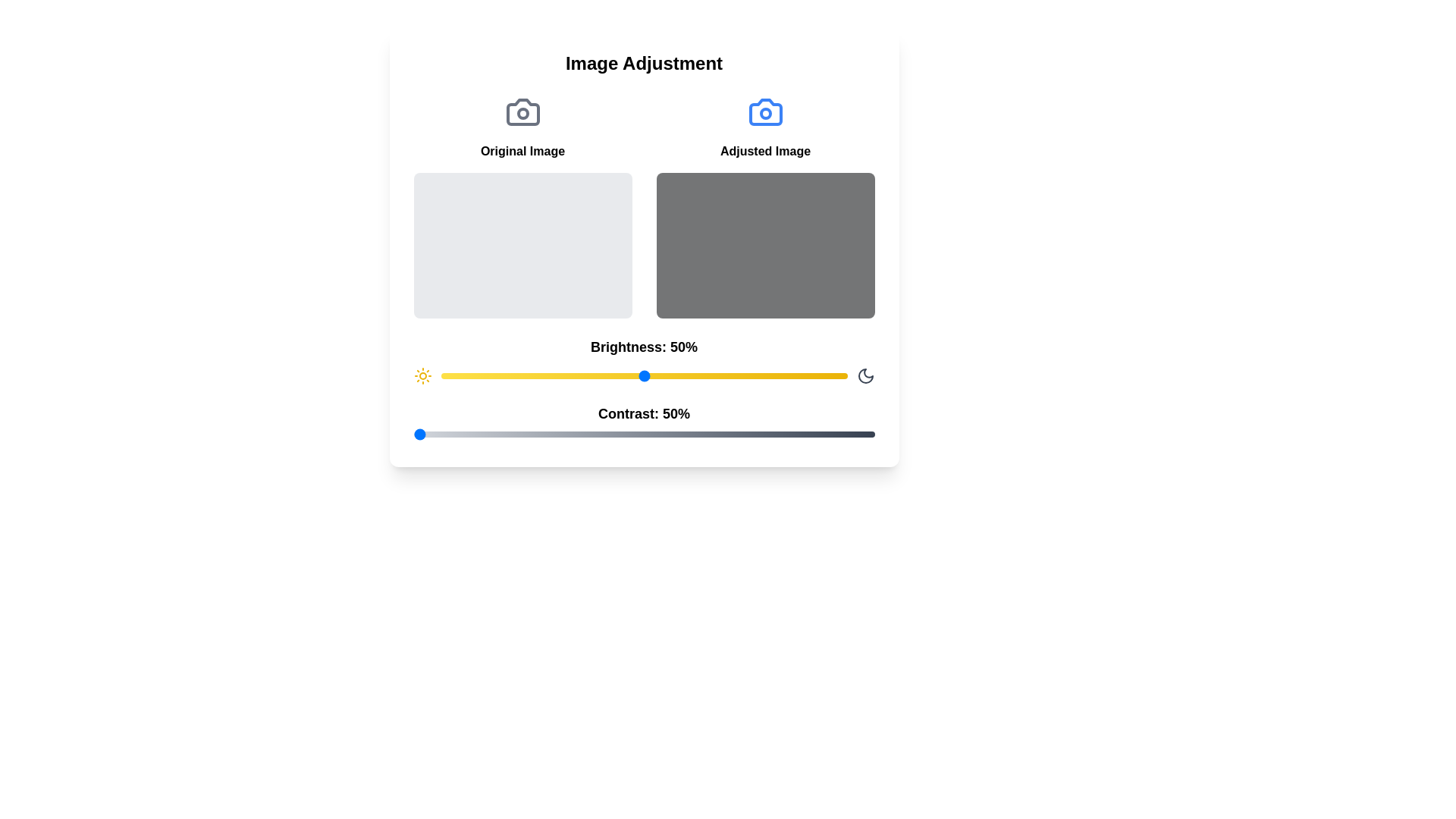  What do you see at coordinates (644, 423) in the screenshot?
I see `the text label displaying 'Contrast: 50%' located in the 'Image Adjustment' section, positioned above the gradient slider interface` at bounding box center [644, 423].